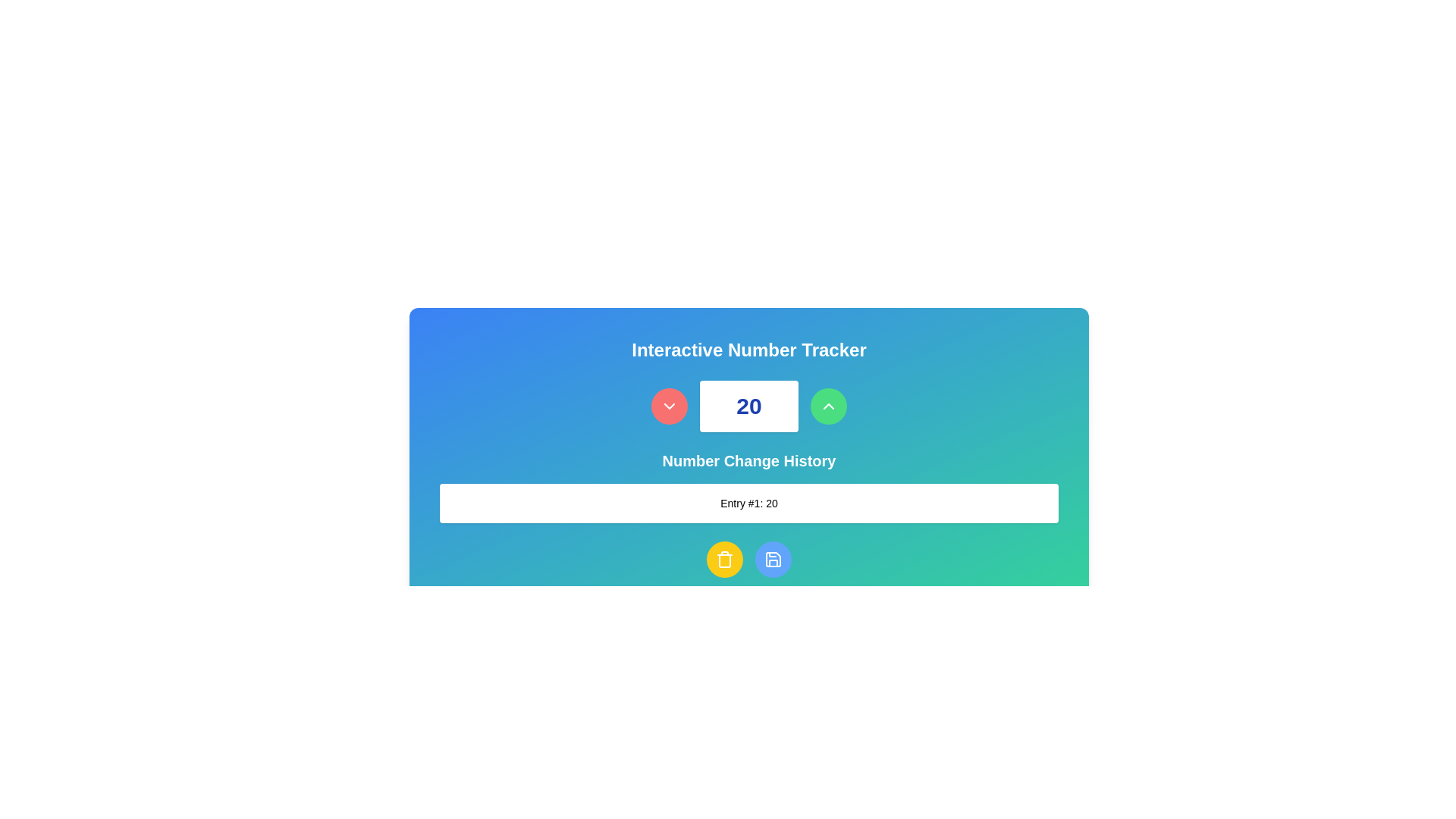 The image size is (1456, 819). What do you see at coordinates (827, 406) in the screenshot?
I see `the upward-pointing chevron icon, which is styled with a green background and white stroke, located within the green circular button to the right of the number input field labeled '20'` at bounding box center [827, 406].